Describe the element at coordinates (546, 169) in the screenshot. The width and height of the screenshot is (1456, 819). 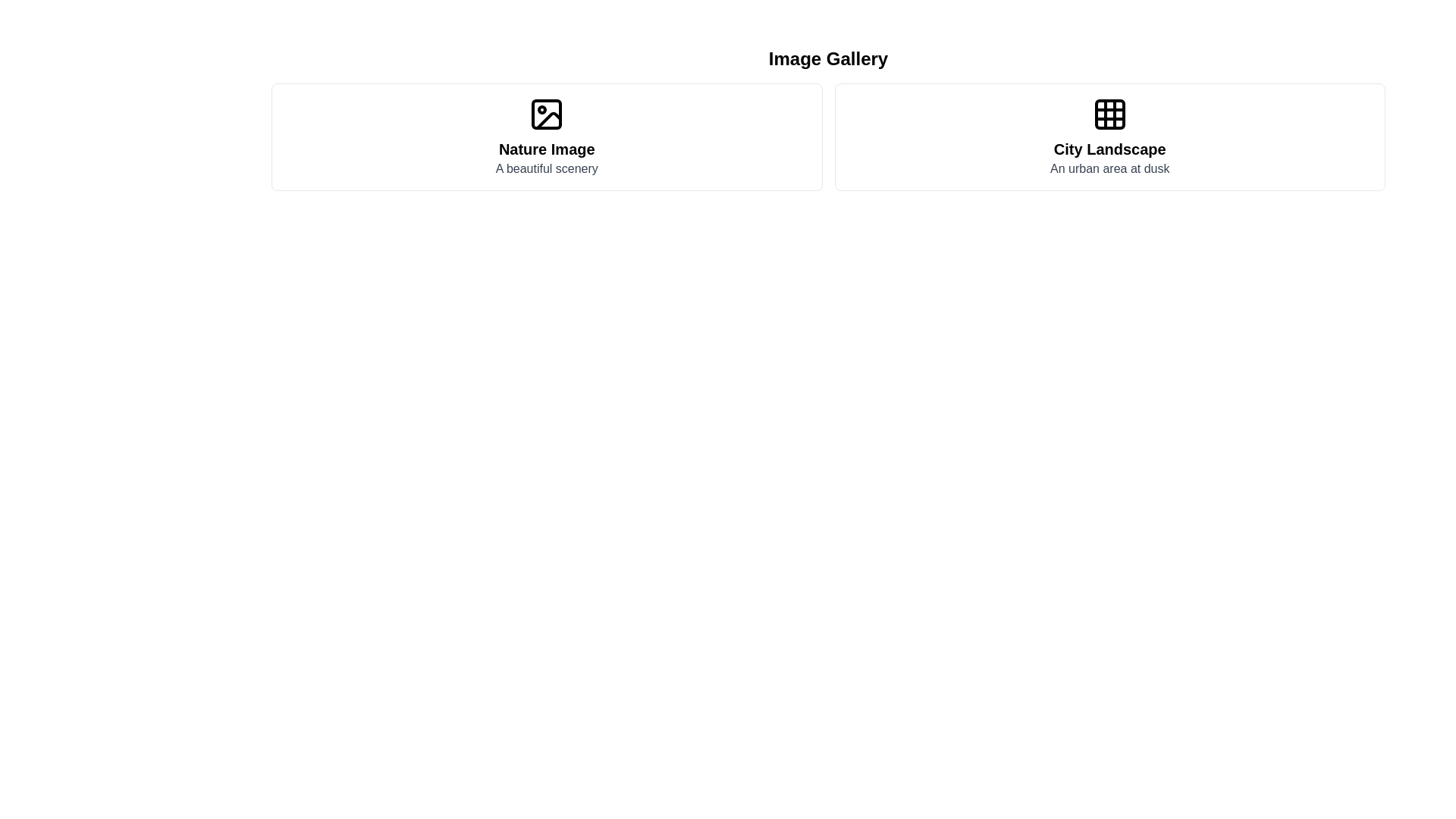
I see `text label displaying 'A beautiful scenery', which is styled in gray and positioned beneath the header 'Nature Image'` at that location.